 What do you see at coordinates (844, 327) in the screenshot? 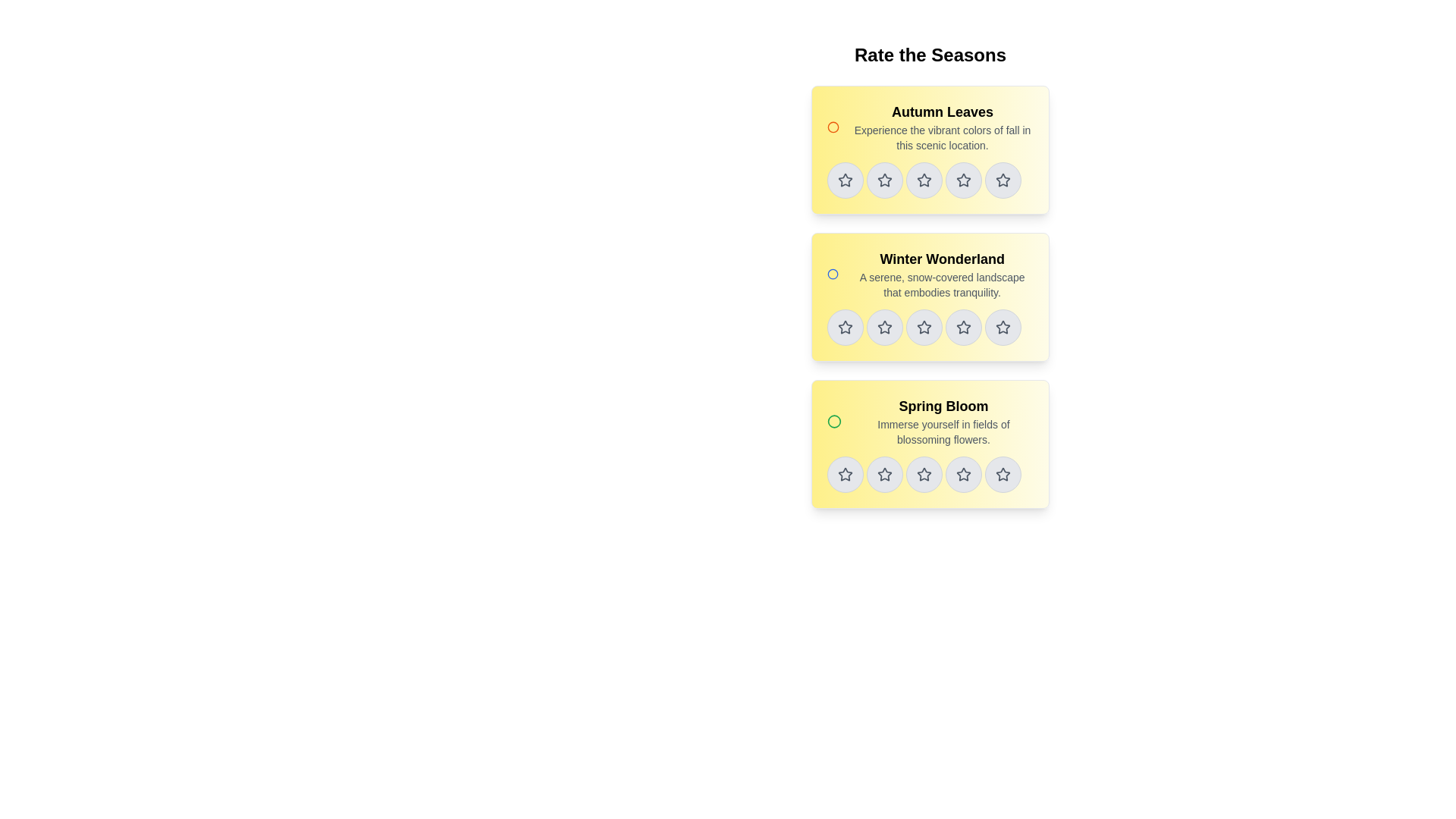
I see `the first star icon in the 'Winter Wonderland' rating section to rate the corresponding option` at bounding box center [844, 327].